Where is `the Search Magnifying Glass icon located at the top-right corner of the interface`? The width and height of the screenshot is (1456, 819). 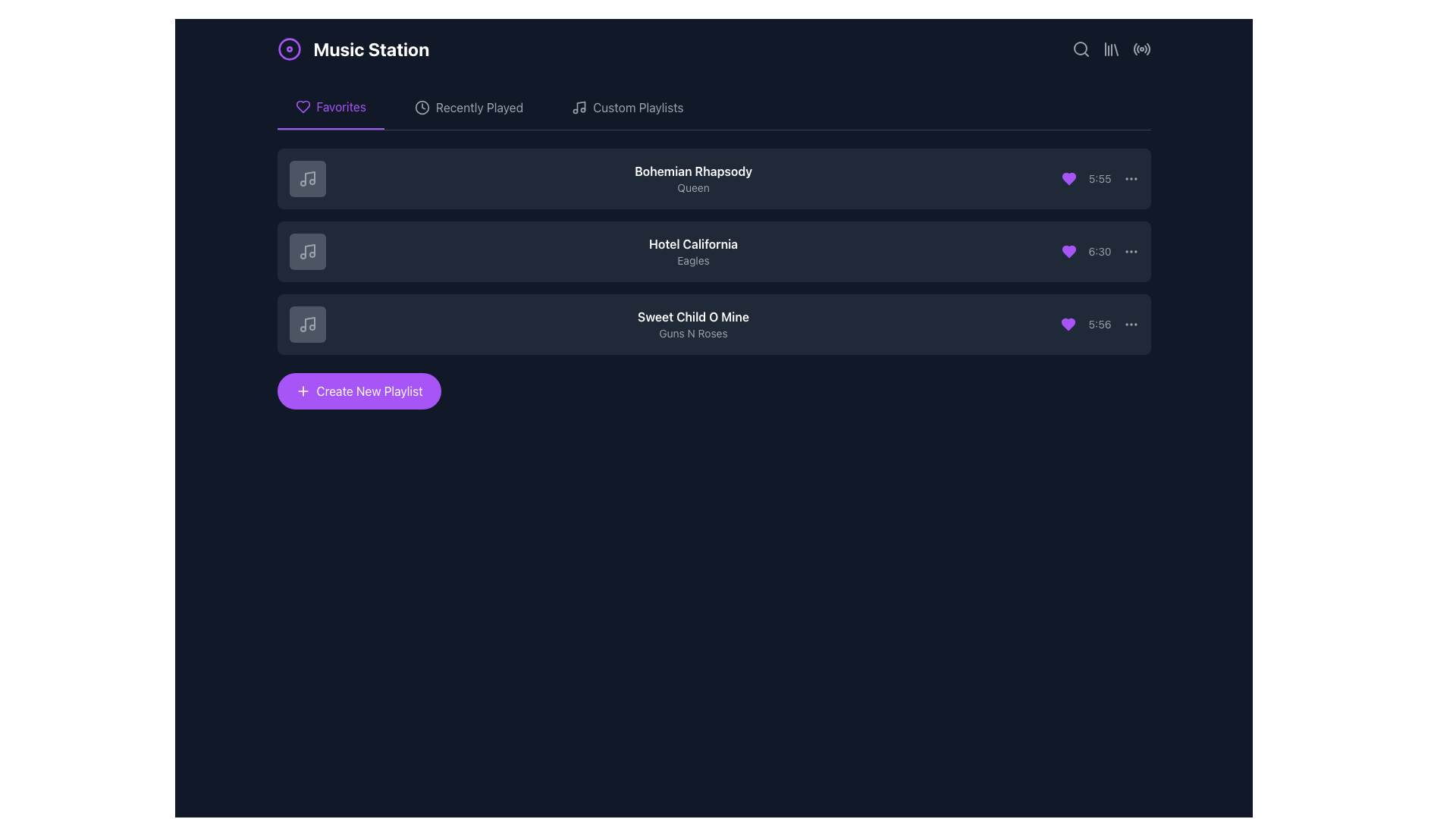 the Search Magnifying Glass icon located at the top-right corner of the interface is located at coordinates (1080, 49).